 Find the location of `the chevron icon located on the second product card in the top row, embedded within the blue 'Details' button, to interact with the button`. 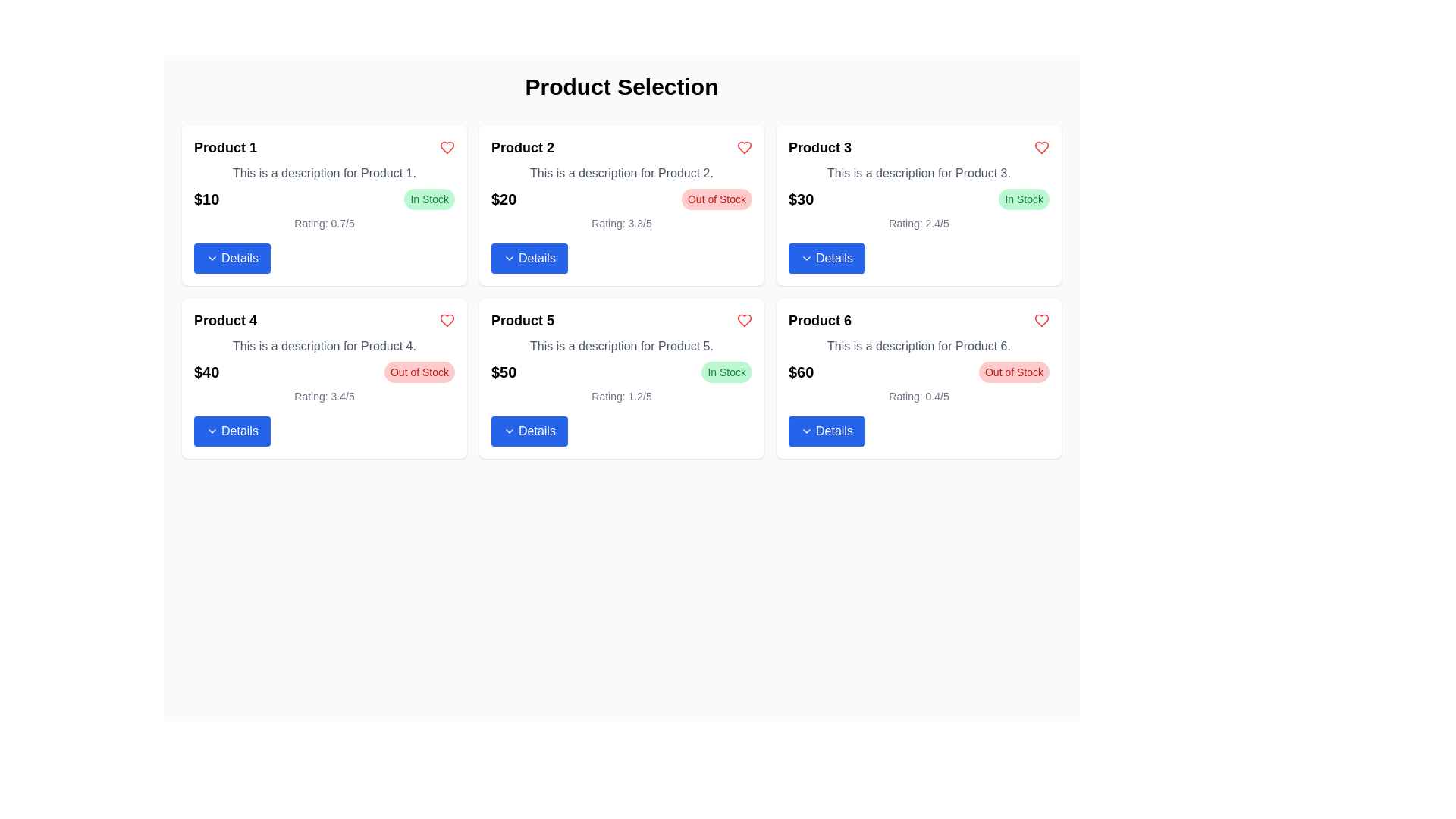

the chevron icon located on the second product card in the top row, embedded within the blue 'Details' button, to interact with the button is located at coordinates (510, 257).